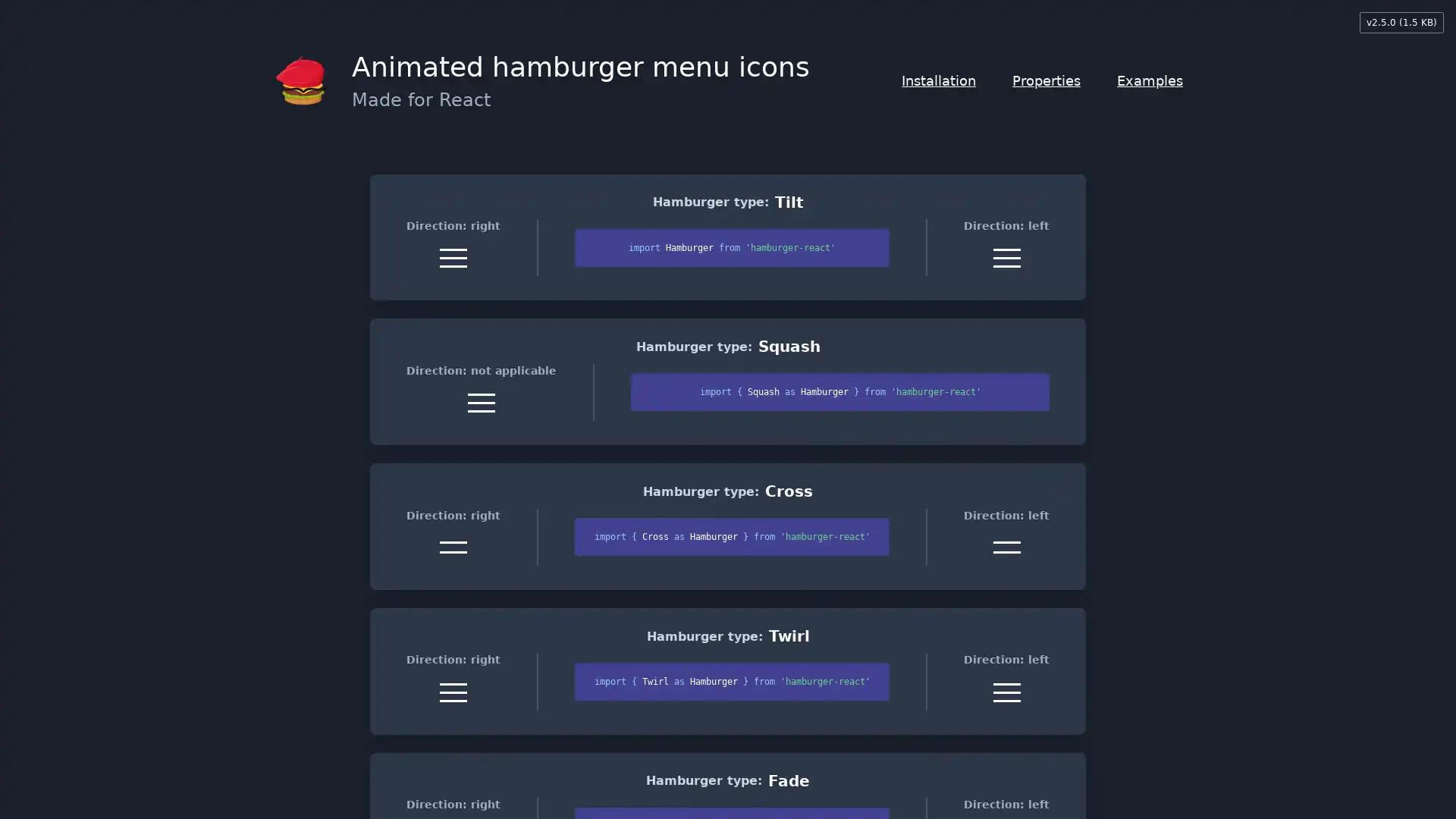 The width and height of the screenshot is (1456, 819). Describe the element at coordinates (938, 80) in the screenshot. I see `Installation` at that location.